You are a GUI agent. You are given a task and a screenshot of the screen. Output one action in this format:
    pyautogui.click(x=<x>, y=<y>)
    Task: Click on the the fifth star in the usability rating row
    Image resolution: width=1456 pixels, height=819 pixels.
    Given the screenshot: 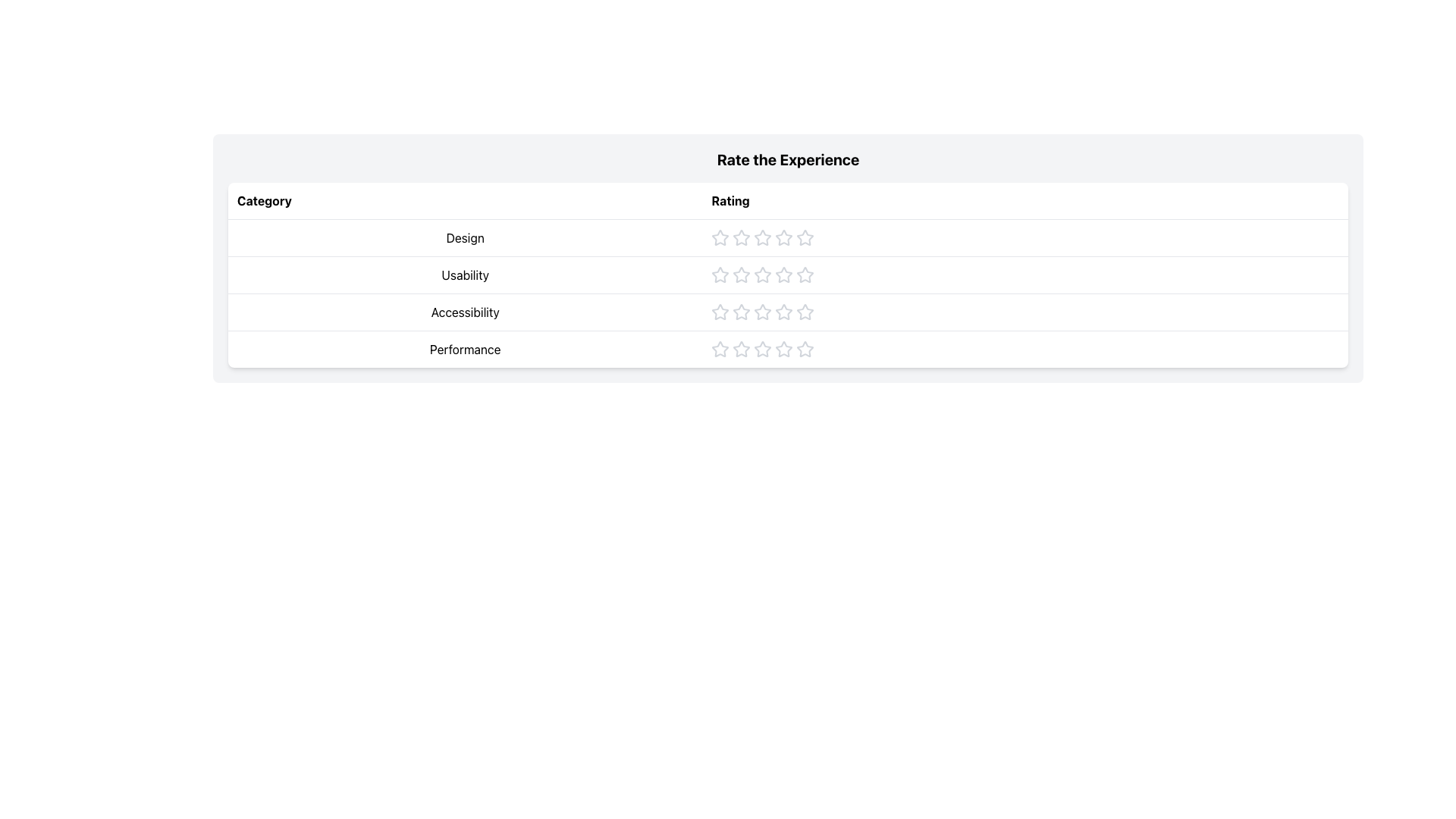 What is the action you would take?
    pyautogui.click(x=805, y=275)
    